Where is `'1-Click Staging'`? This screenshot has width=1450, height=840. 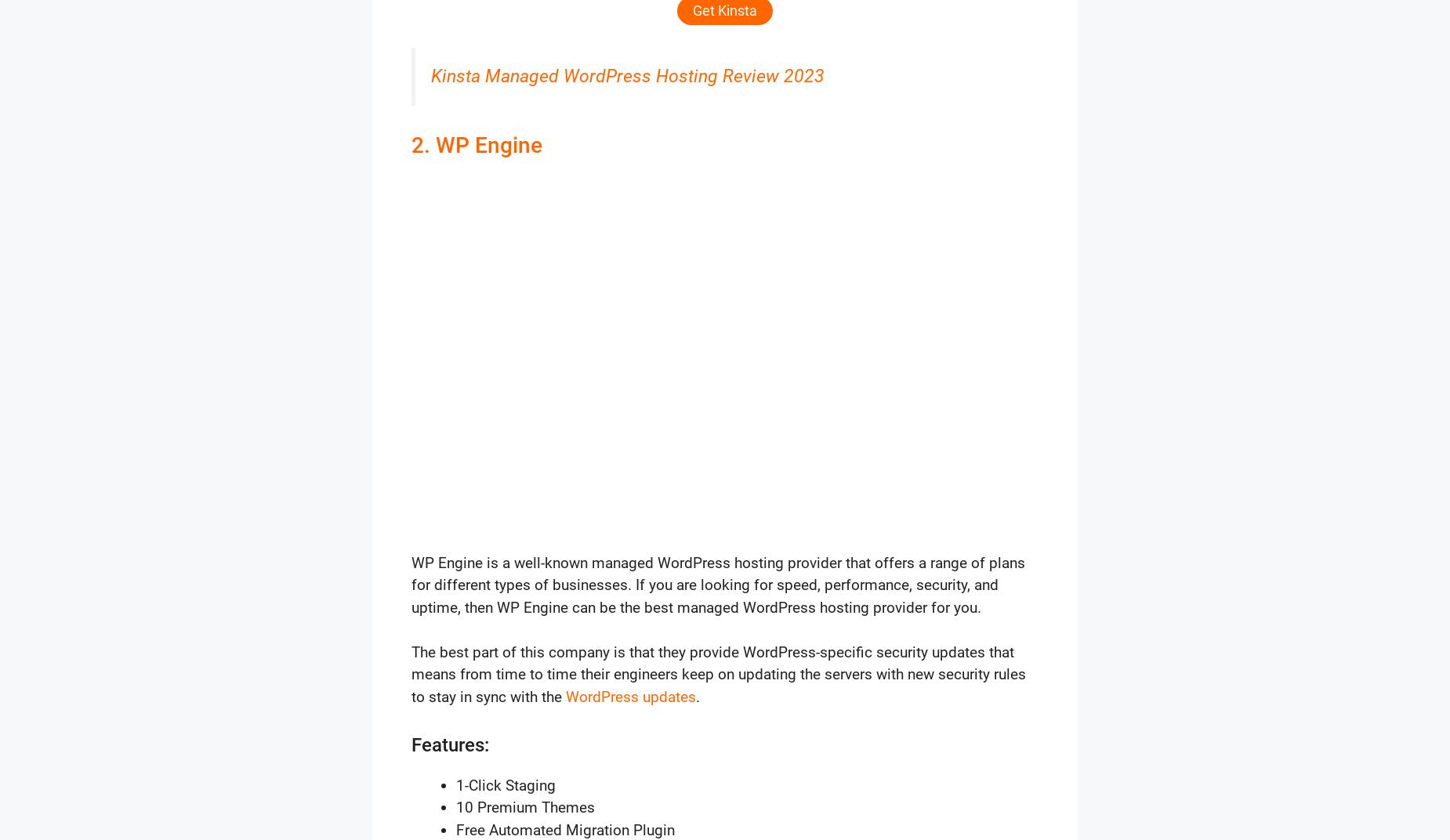 '1-Click Staging' is located at coordinates (506, 784).